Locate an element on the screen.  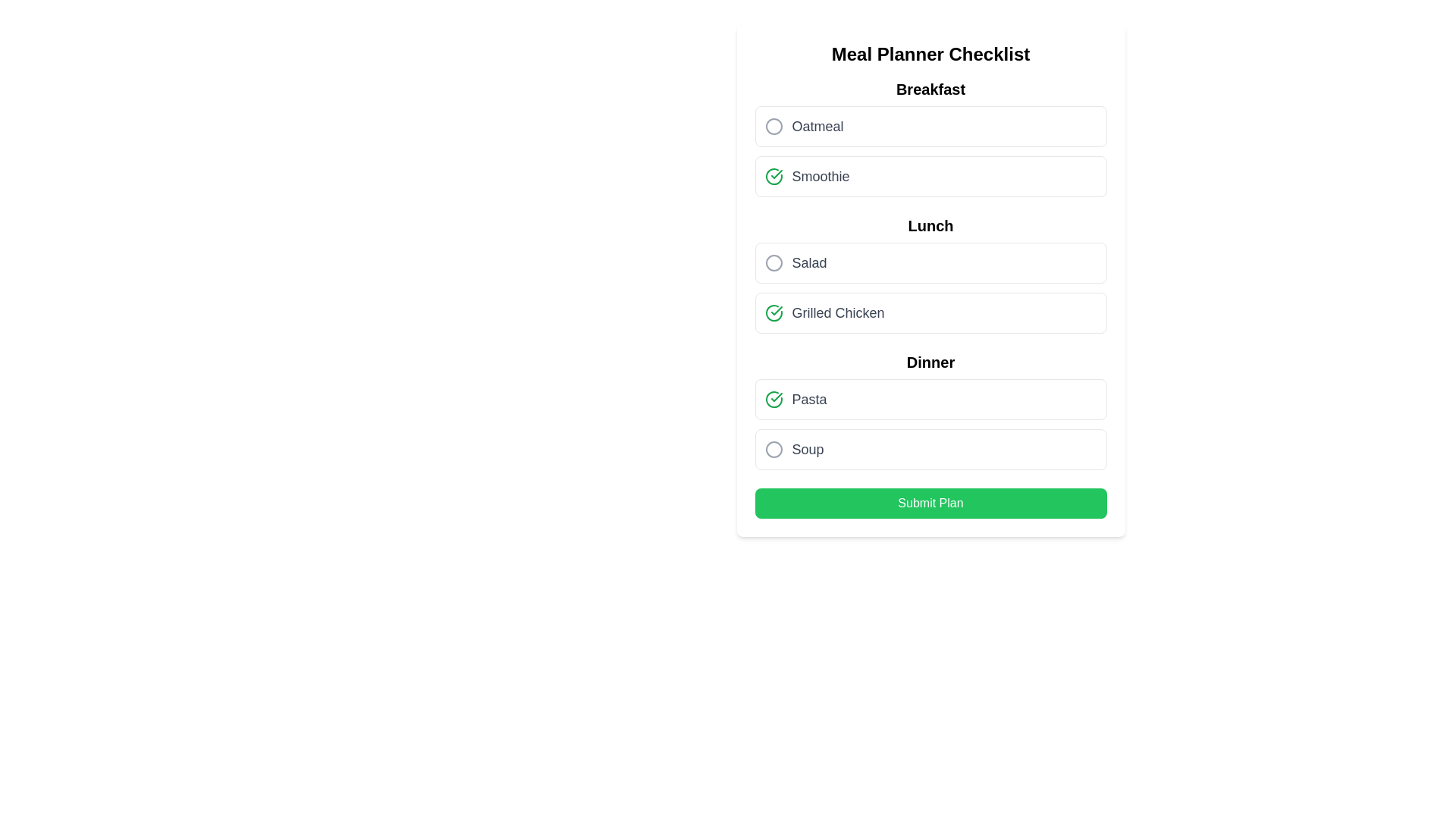
the static text label that serves as the header for dinner choices, located centrally above the meal options 'Pasta' and 'Soup' is located at coordinates (930, 362).